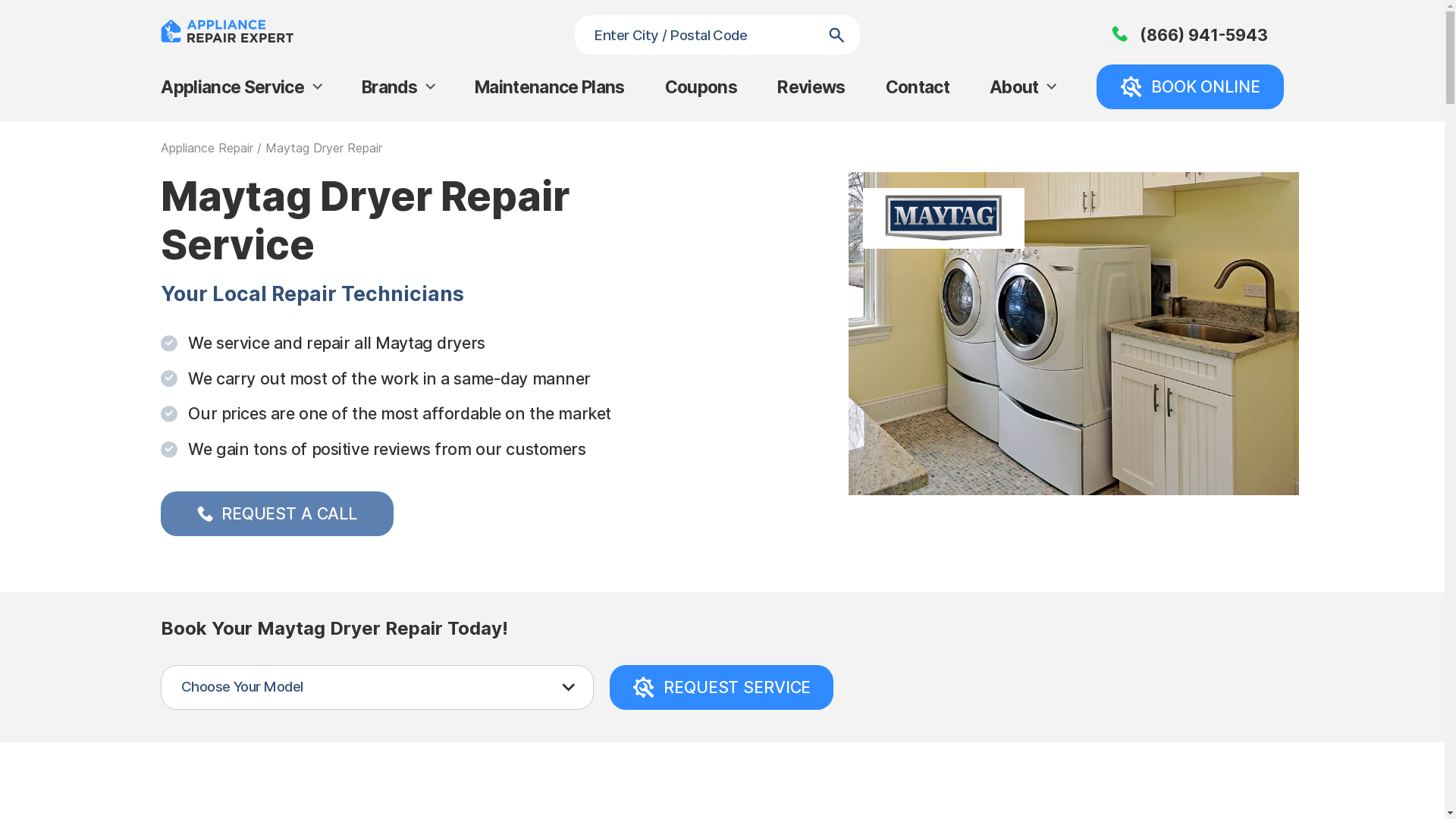  Describe the element at coordinates (206, 148) in the screenshot. I see `'Appliance Repair'` at that location.